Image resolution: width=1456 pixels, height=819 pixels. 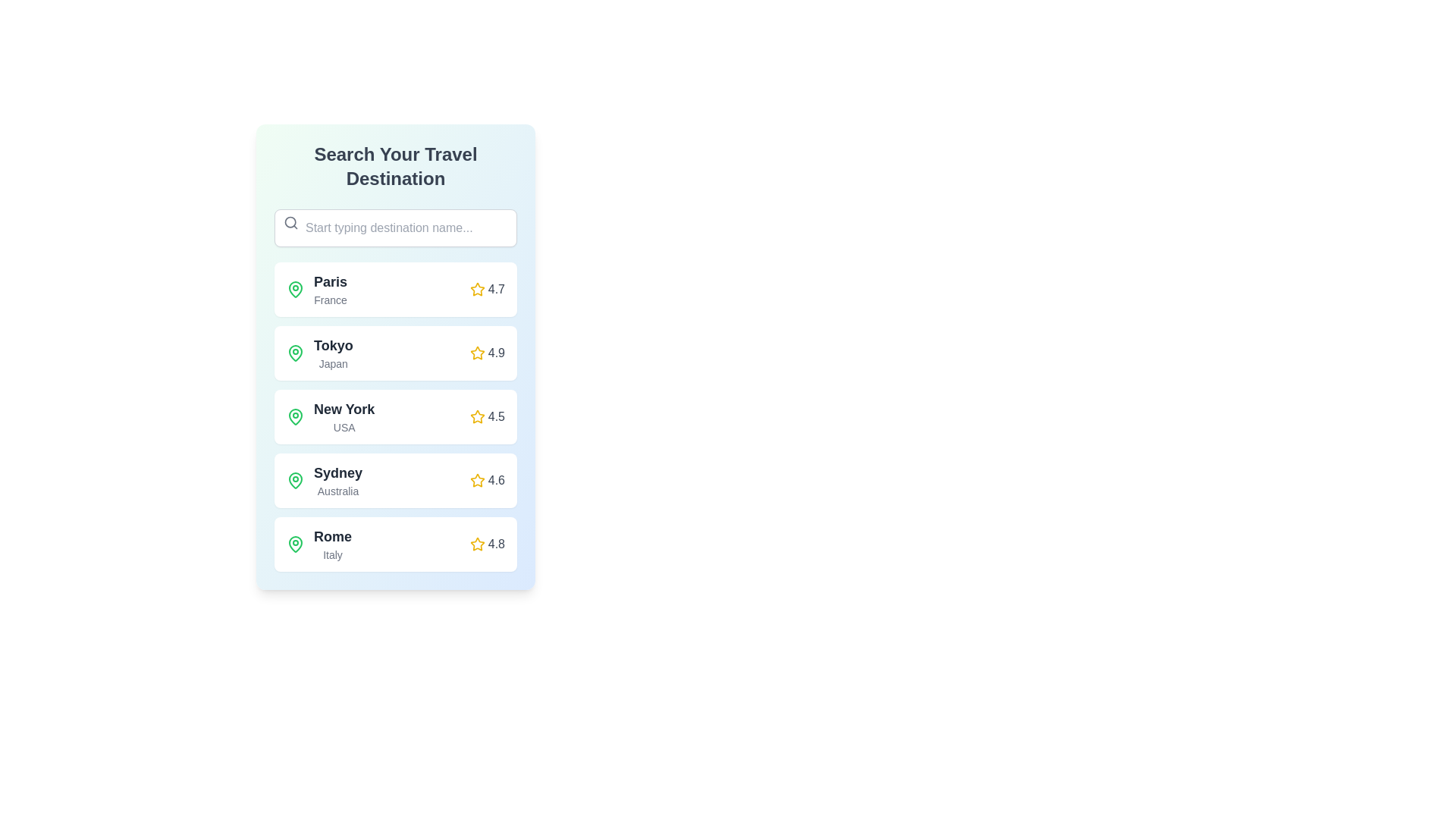 What do you see at coordinates (337, 491) in the screenshot?
I see `the text label element displaying 'Australia' in gray color, located below the main city name 'Sydney'` at bounding box center [337, 491].